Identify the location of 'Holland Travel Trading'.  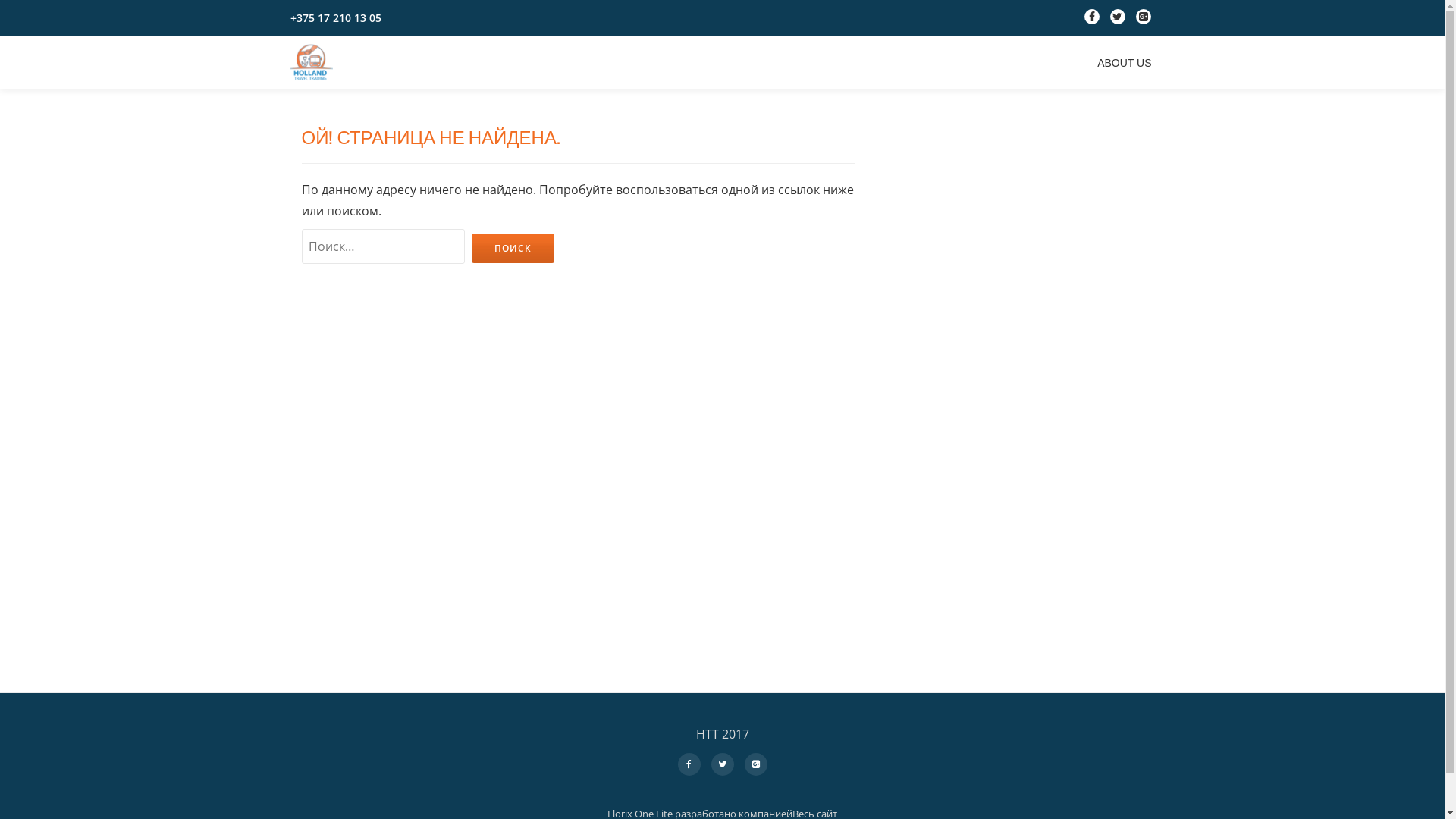
(312, 62).